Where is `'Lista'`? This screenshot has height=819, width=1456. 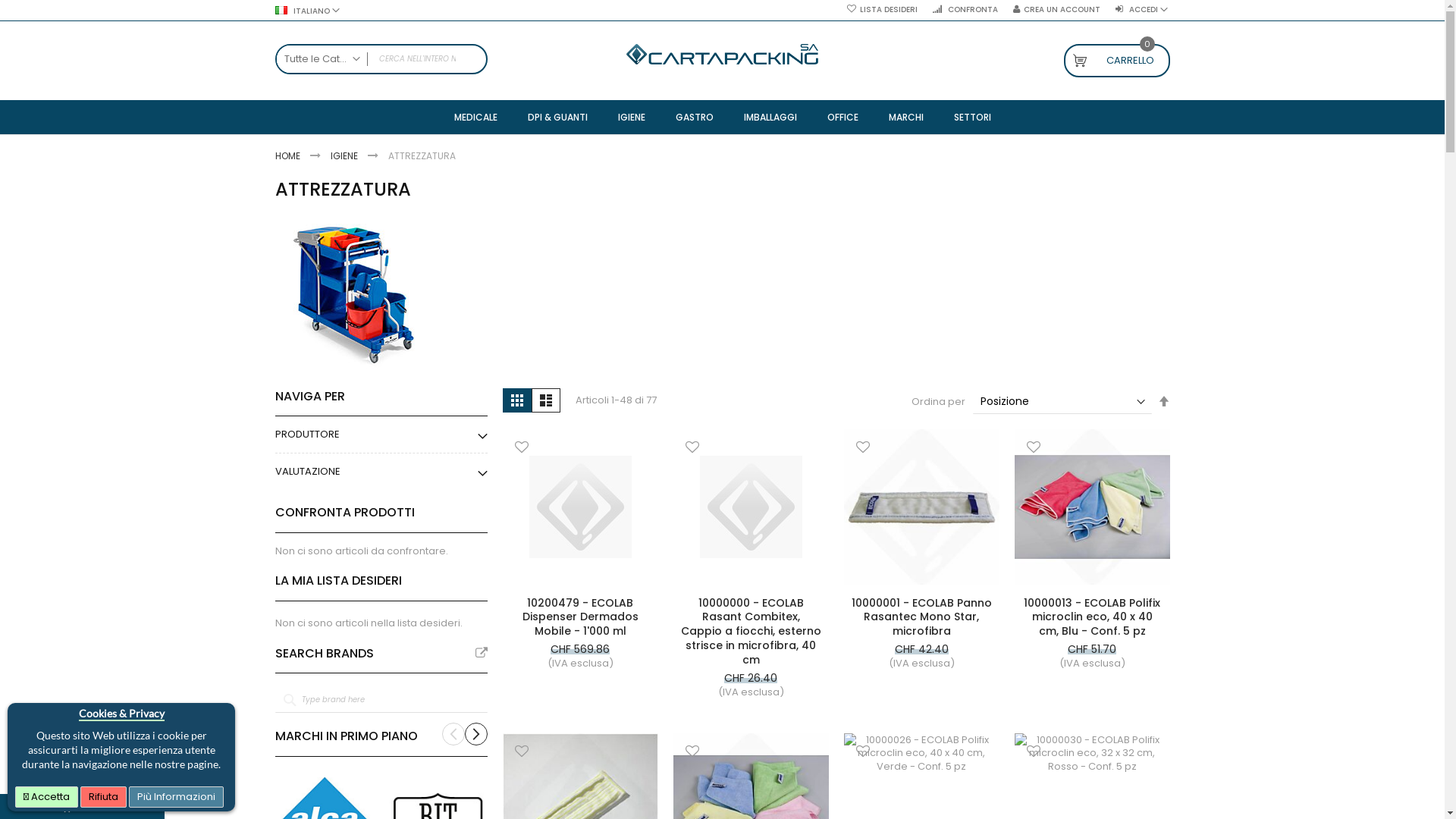
'Lista' is located at coordinates (545, 400).